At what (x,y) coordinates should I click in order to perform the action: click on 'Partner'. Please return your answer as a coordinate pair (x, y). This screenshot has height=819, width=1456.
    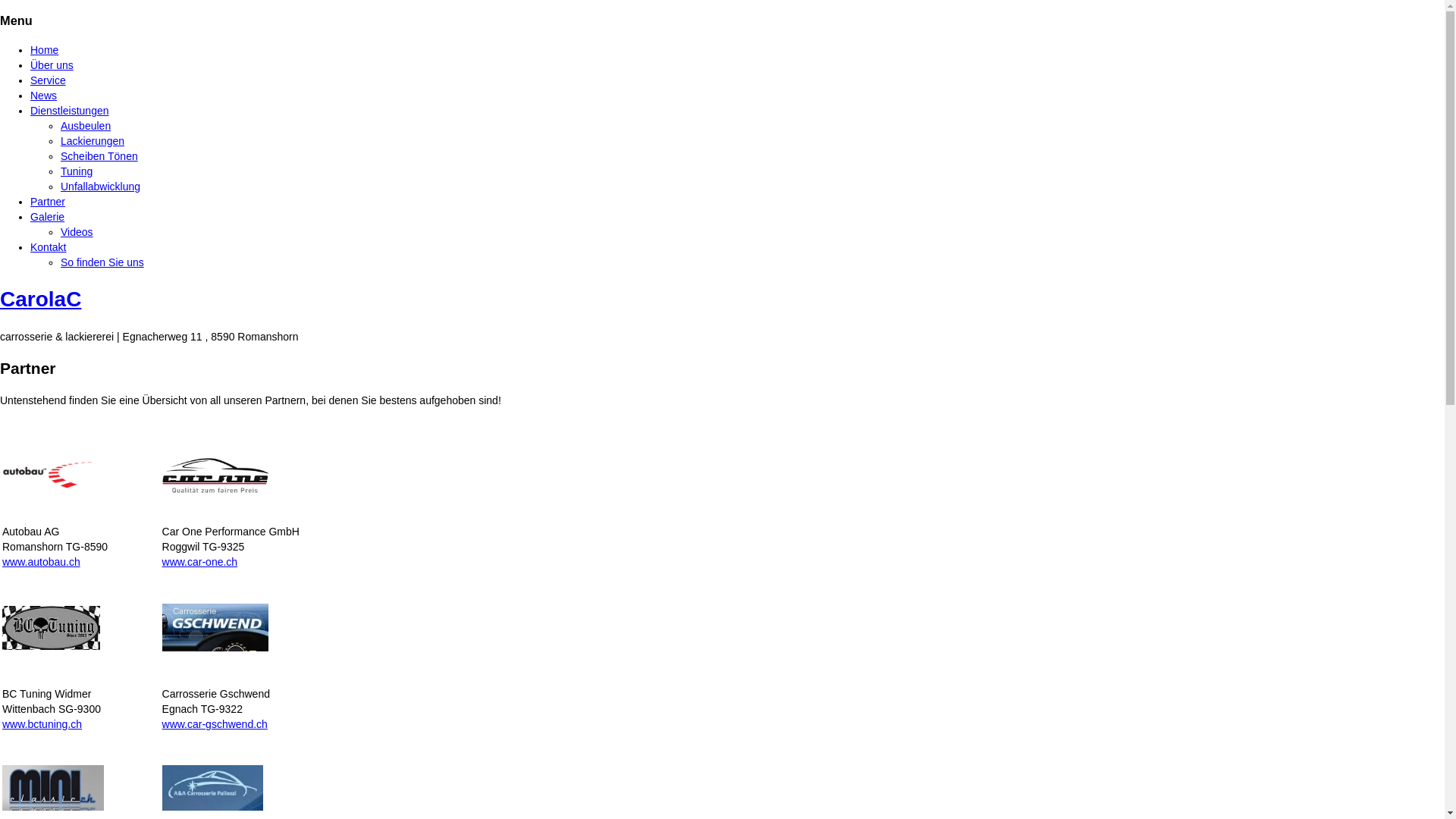
    Looking at the image, I should click on (47, 201).